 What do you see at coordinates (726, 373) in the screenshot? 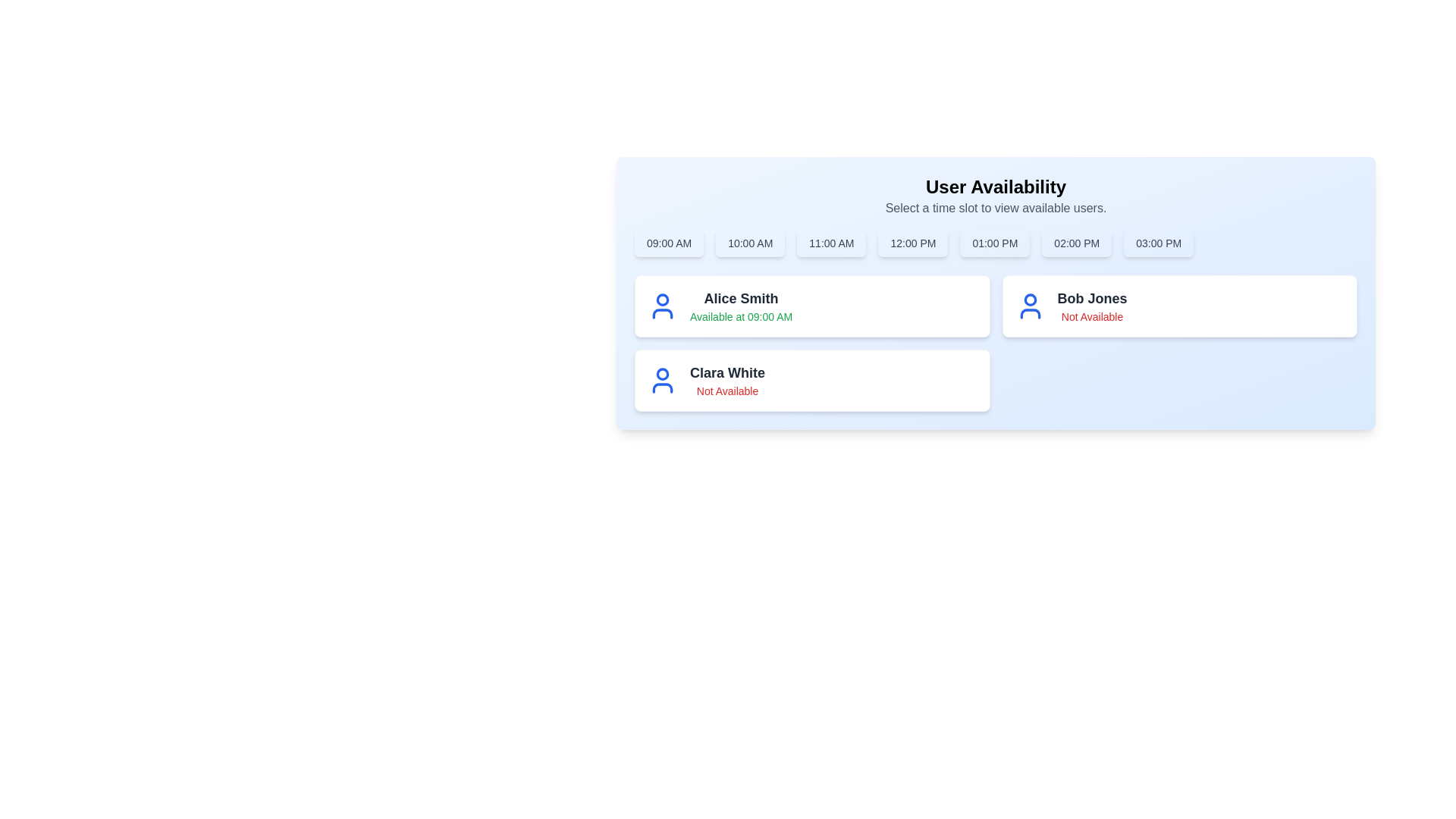
I see `the text label displaying the user's name 'Clara White' located in the second slot of the first column within the user availability section` at bounding box center [726, 373].